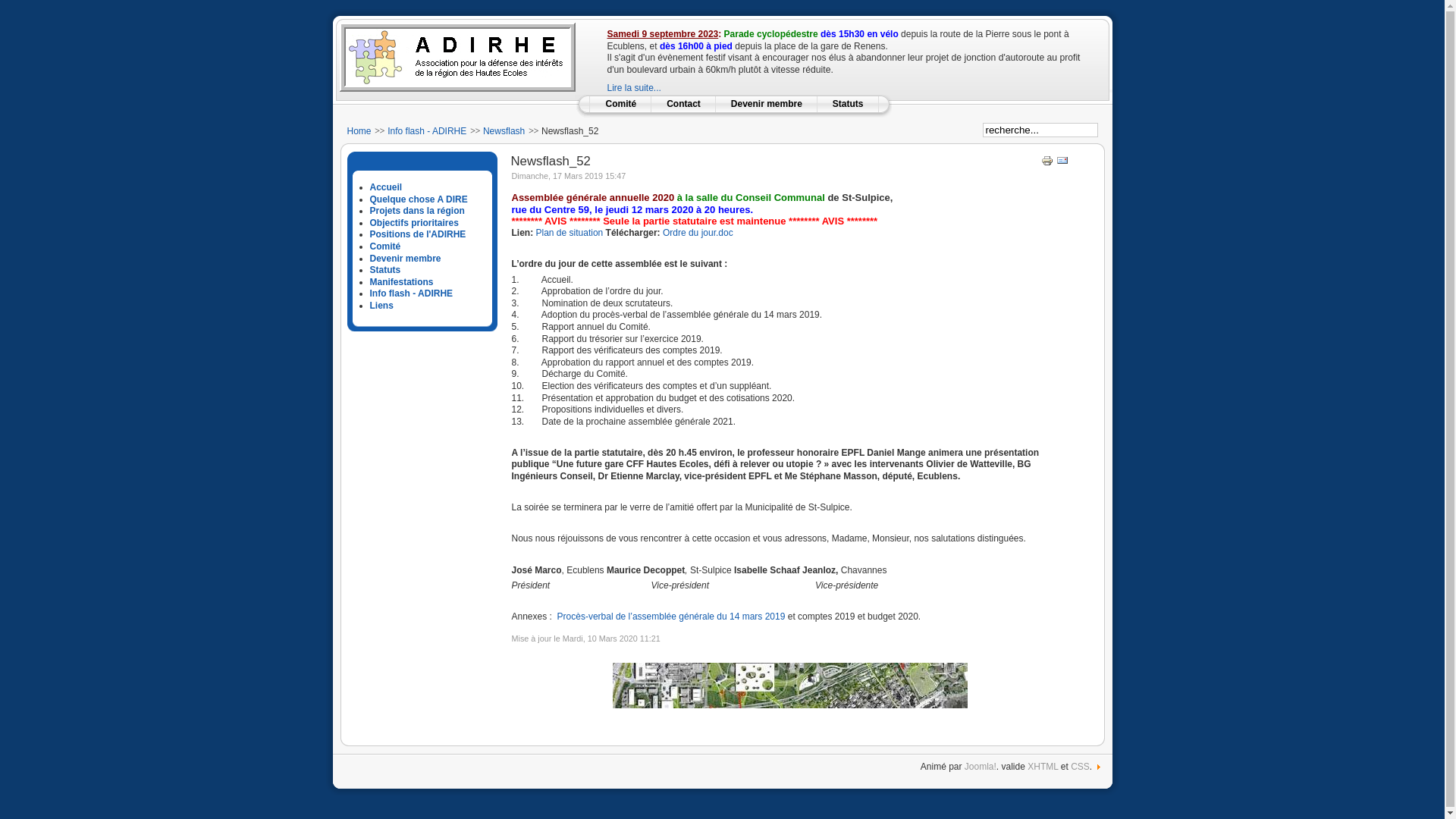 This screenshot has width=1456, height=819. Describe the element at coordinates (1040, 164) in the screenshot. I see `'Imprimer'` at that location.